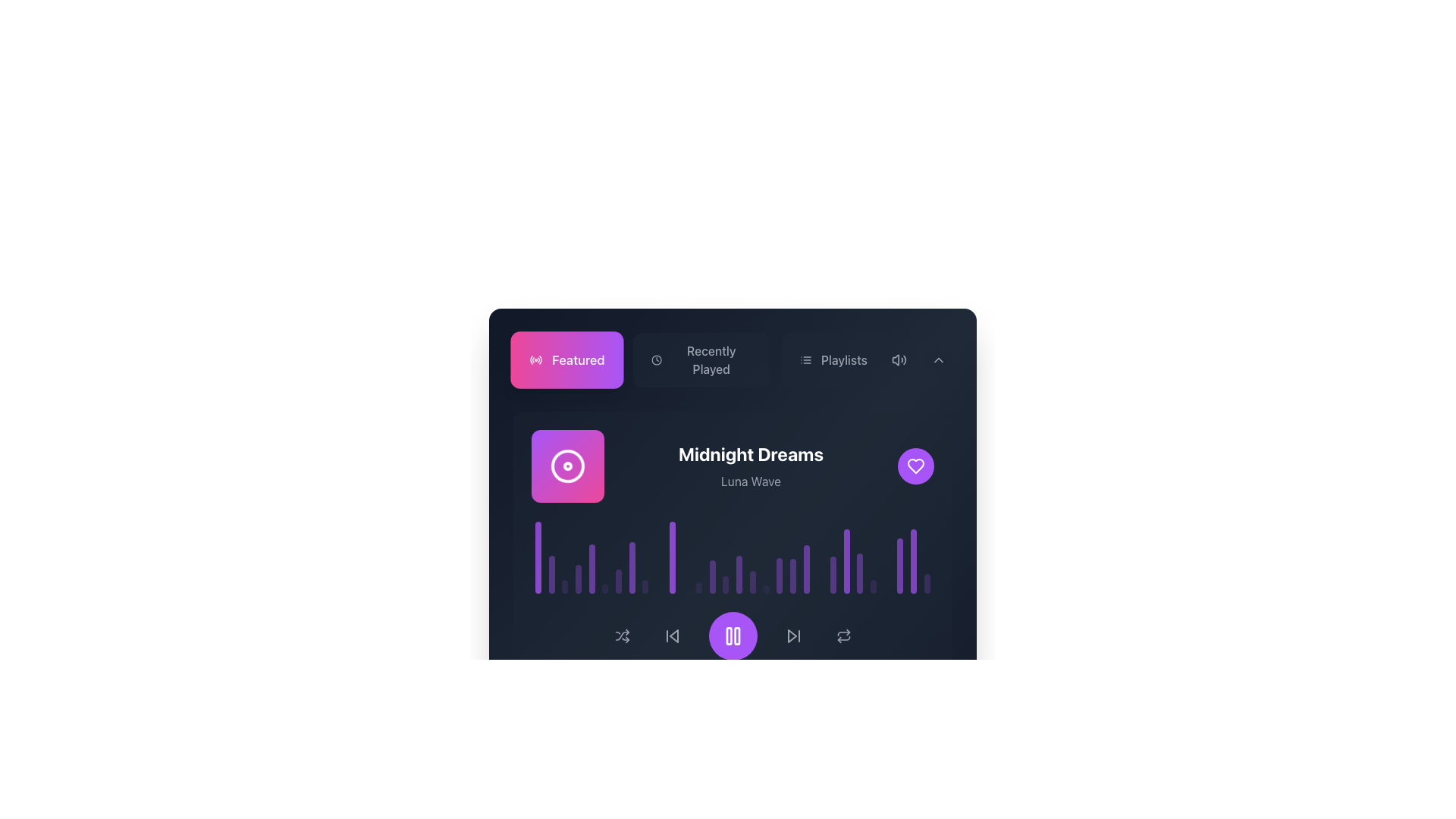 This screenshot has width=1456, height=819. Describe the element at coordinates (792, 636) in the screenshot. I see `the fourth button in the horizontal group of playback controls located at the bottom center of the interface` at that location.